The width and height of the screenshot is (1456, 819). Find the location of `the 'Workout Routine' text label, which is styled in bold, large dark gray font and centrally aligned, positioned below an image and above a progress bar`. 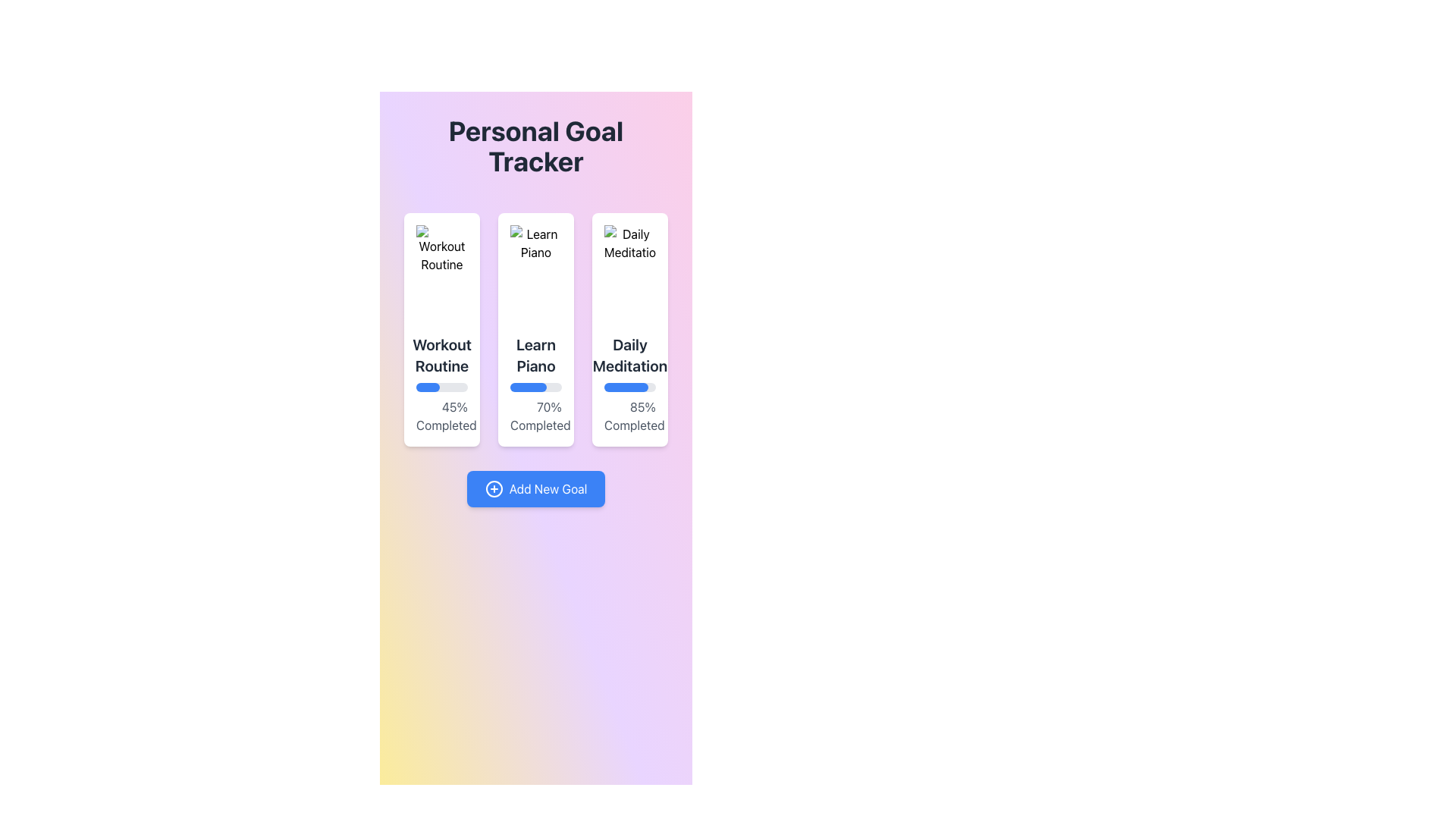

the 'Workout Routine' text label, which is styled in bold, large dark gray font and centrally aligned, positioned below an image and above a progress bar is located at coordinates (441, 356).